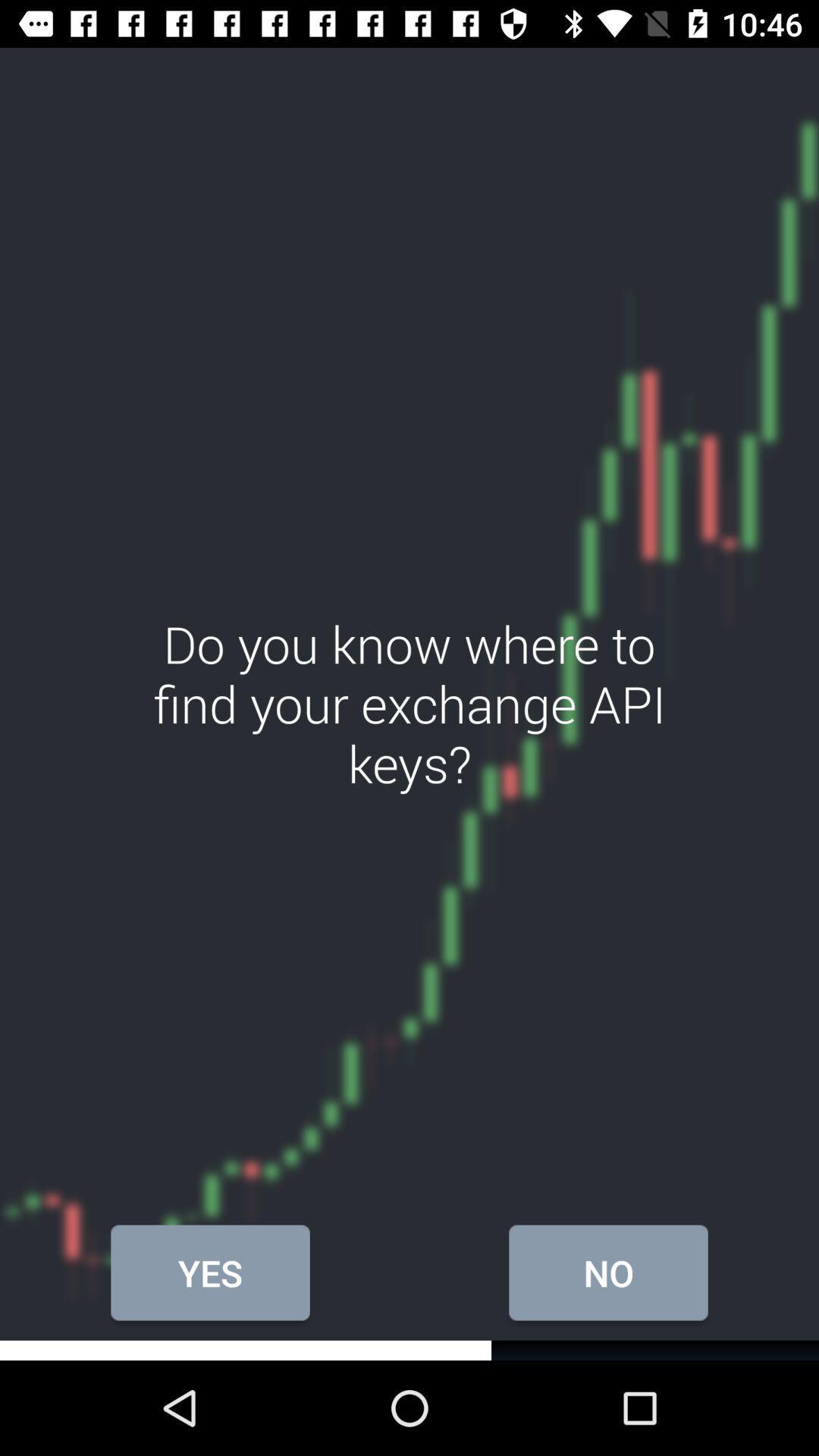 This screenshot has width=819, height=1456. Describe the element at coordinates (210, 1272) in the screenshot. I see `yes icon` at that location.